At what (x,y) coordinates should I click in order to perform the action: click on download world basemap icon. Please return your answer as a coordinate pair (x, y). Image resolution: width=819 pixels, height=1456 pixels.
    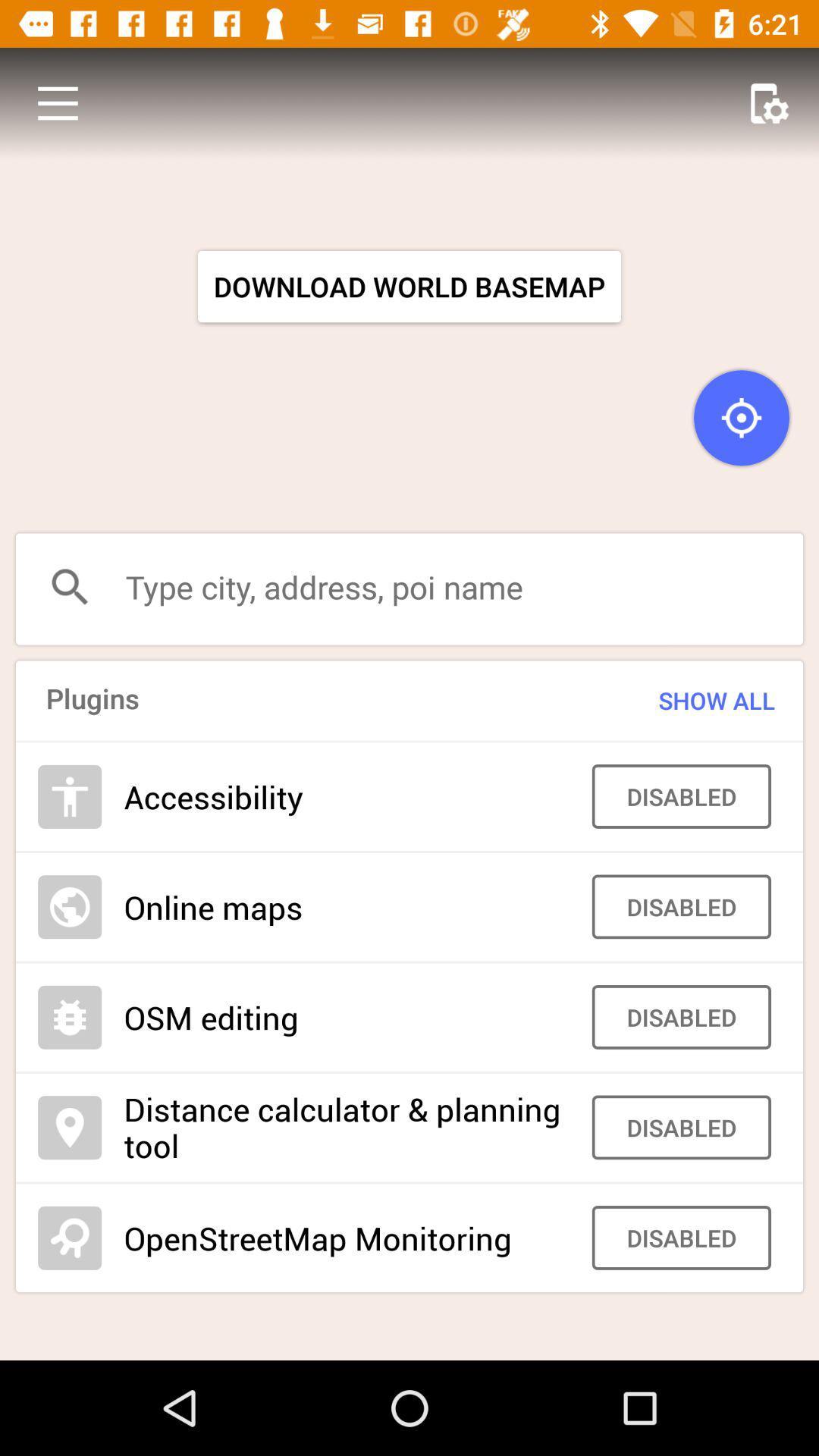
    Looking at the image, I should click on (409, 287).